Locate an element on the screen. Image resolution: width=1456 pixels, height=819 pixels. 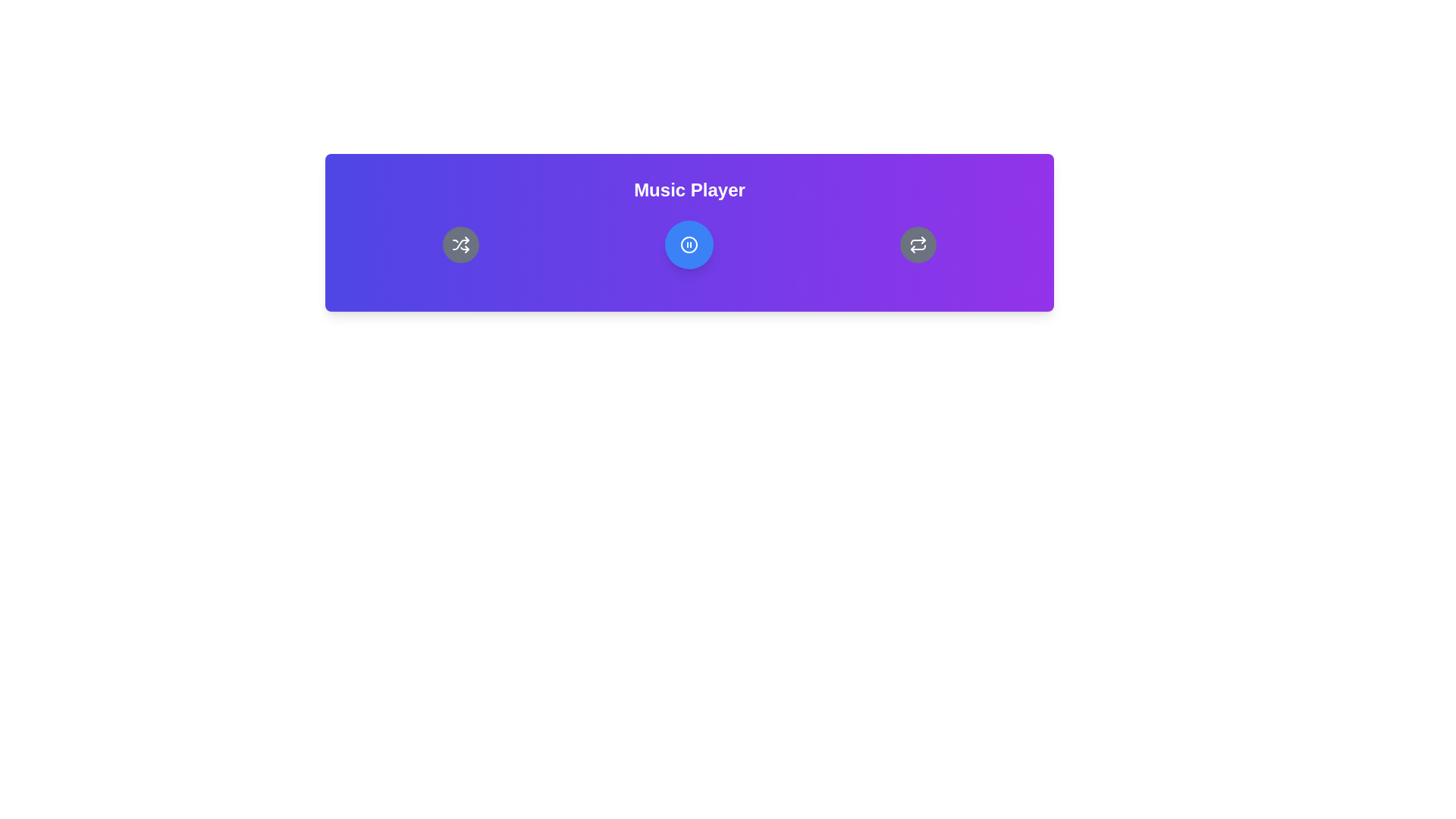
the central button in the music player interface is located at coordinates (689, 244).